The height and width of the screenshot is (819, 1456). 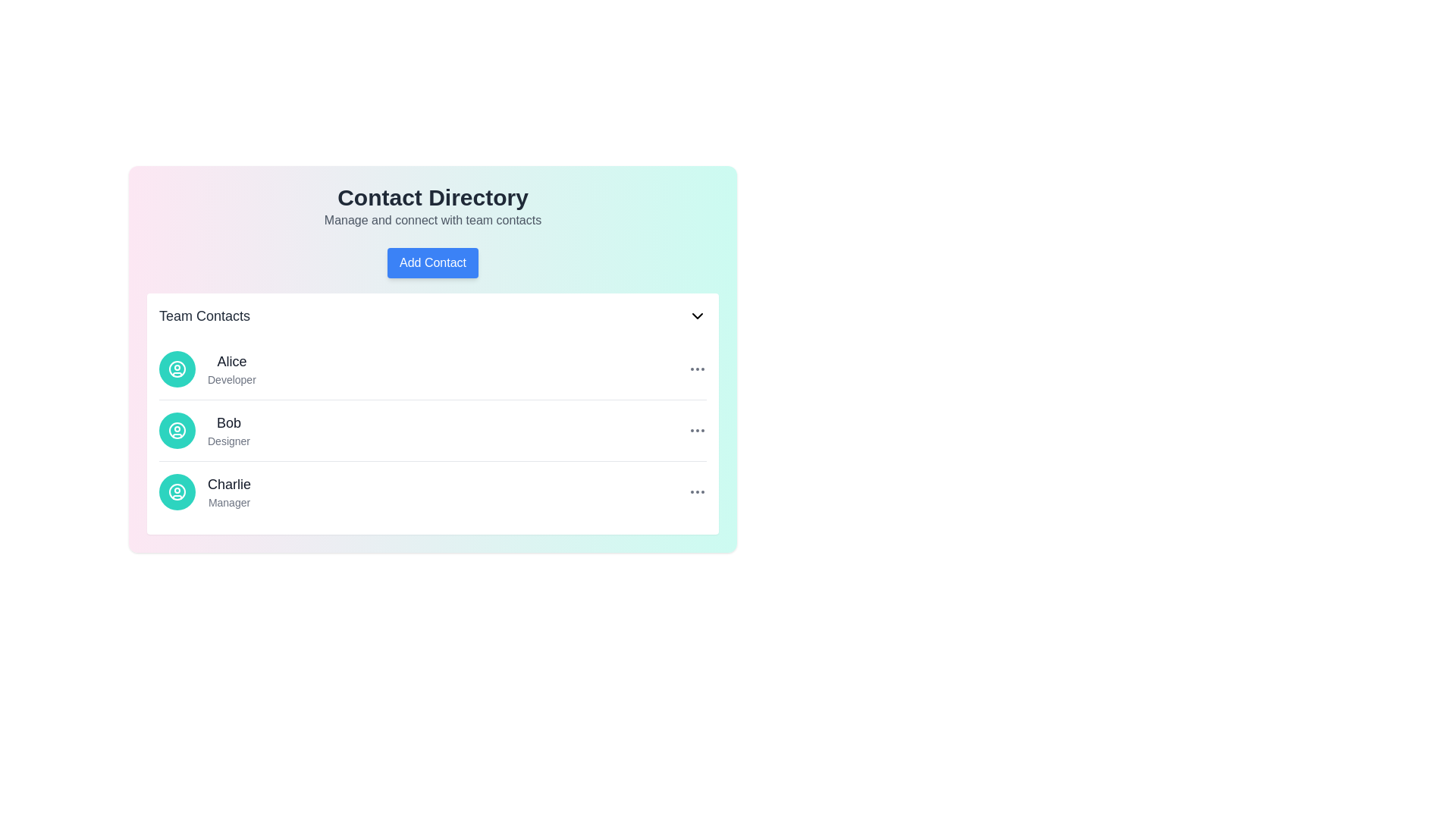 I want to click on the outermost circle of the user icon for 'Alice - Developer' located in the topmost contact entry under the 'Team Contacts' section, so click(x=177, y=369).